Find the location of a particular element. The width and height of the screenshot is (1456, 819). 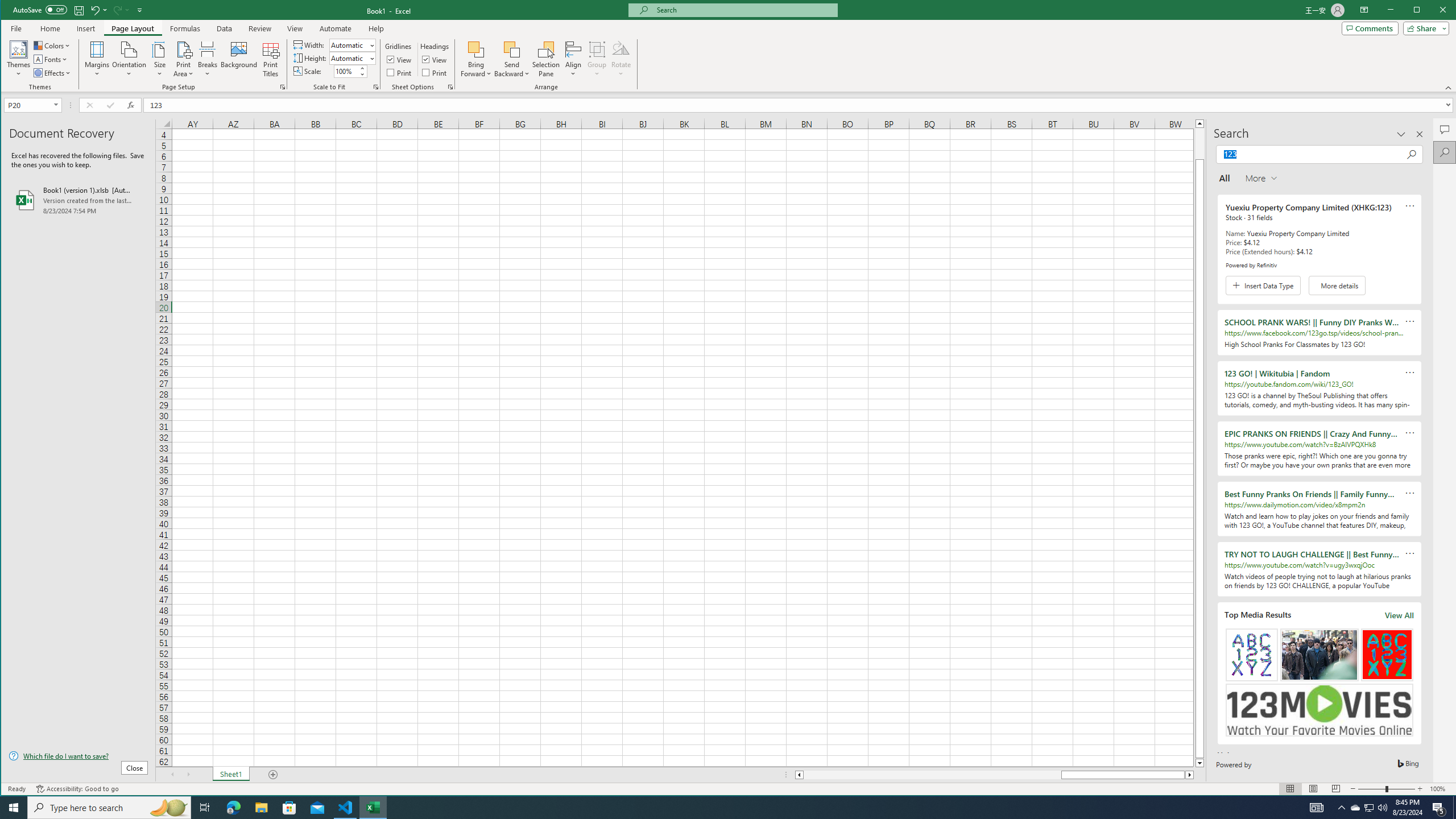

'User Promoted Notification Area' is located at coordinates (1368, 806).